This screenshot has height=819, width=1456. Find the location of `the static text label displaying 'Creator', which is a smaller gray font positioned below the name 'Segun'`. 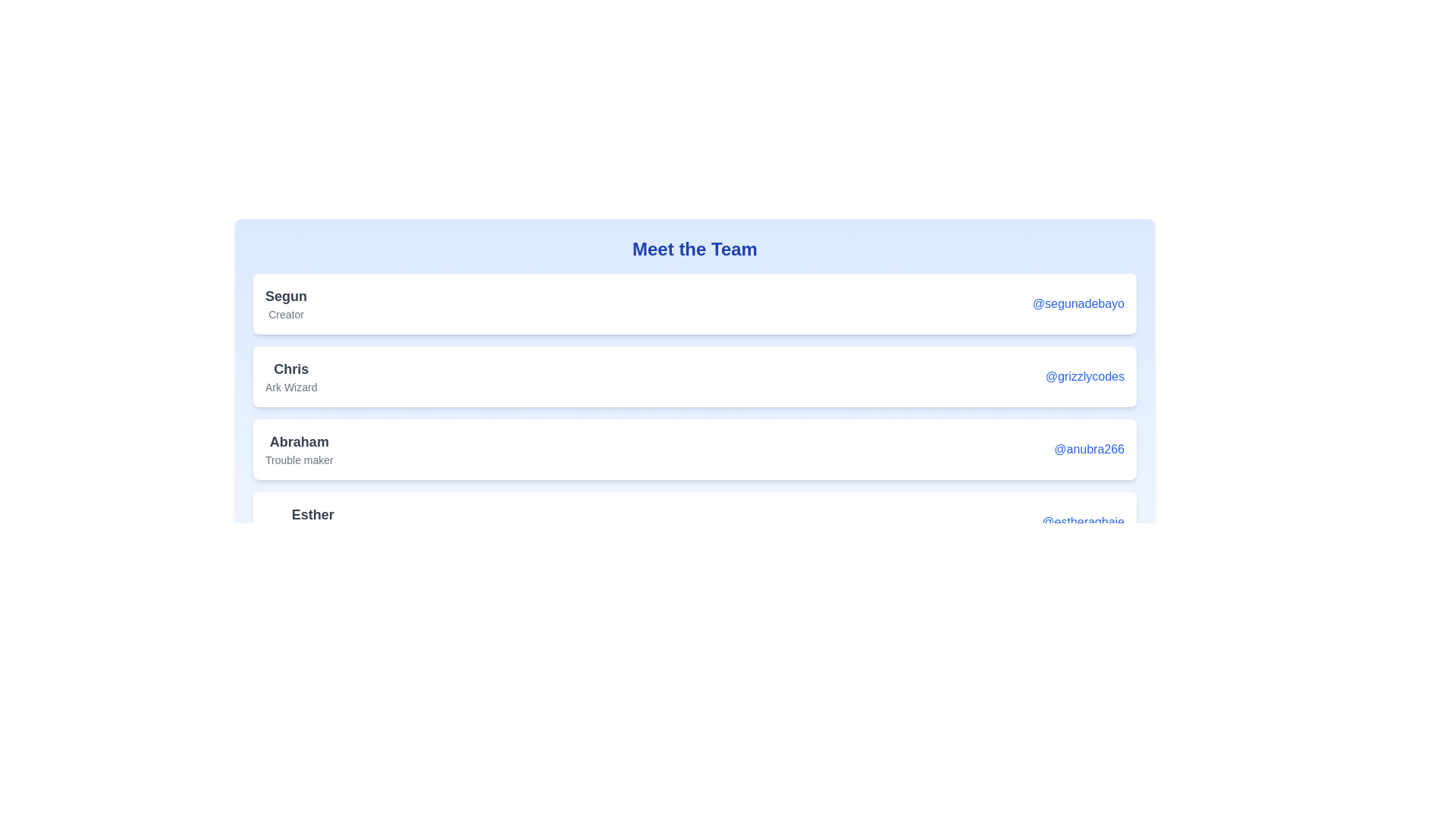

the static text label displaying 'Creator', which is a smaller gray font positioned below the name 'Segun' is located at coordinates (286, 314).